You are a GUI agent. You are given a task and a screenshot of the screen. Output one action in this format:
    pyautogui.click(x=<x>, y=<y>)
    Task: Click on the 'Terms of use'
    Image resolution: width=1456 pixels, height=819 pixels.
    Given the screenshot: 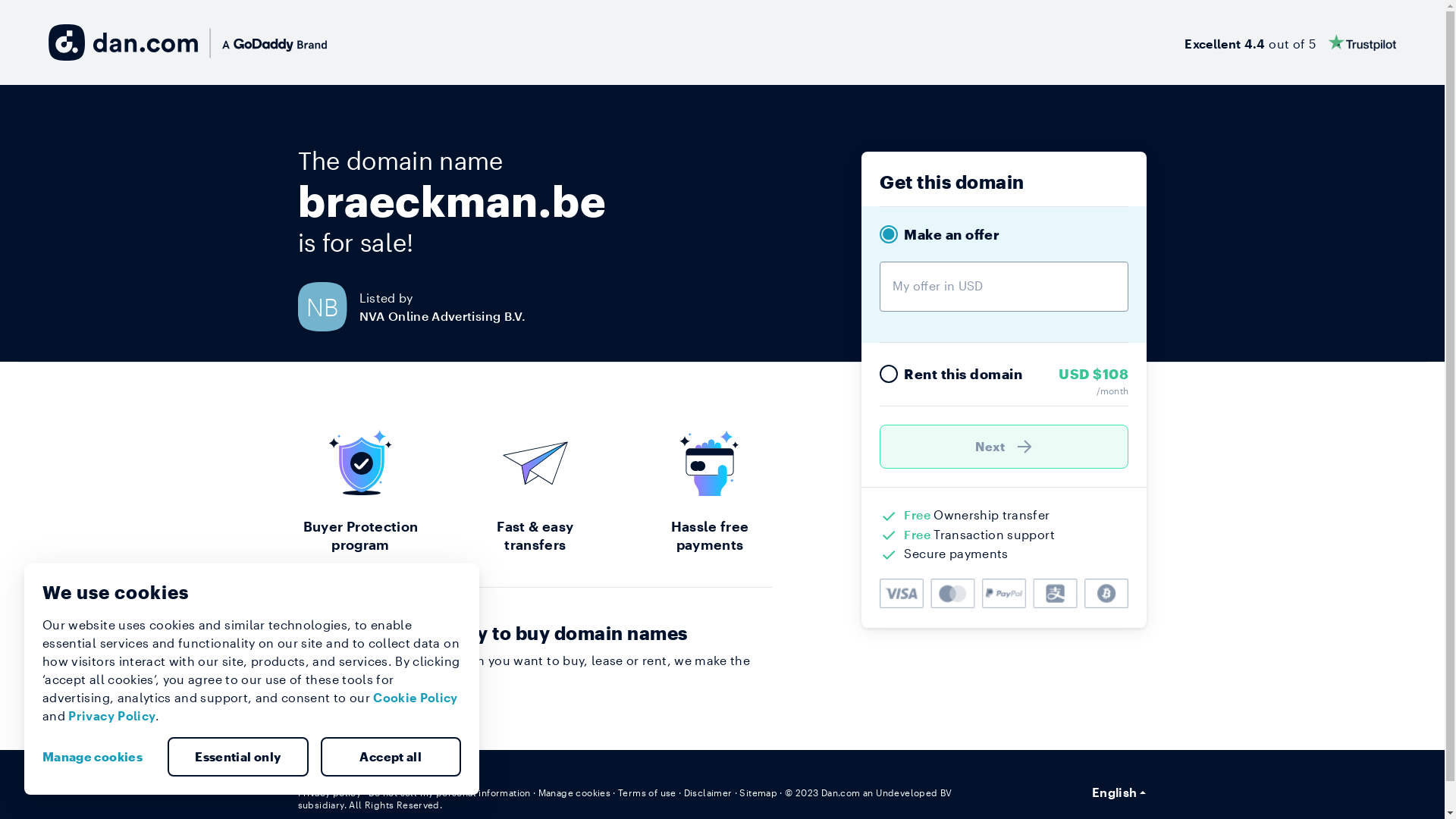 What is the action you would take?
    pyautogui.click(x=618, y=792)
    